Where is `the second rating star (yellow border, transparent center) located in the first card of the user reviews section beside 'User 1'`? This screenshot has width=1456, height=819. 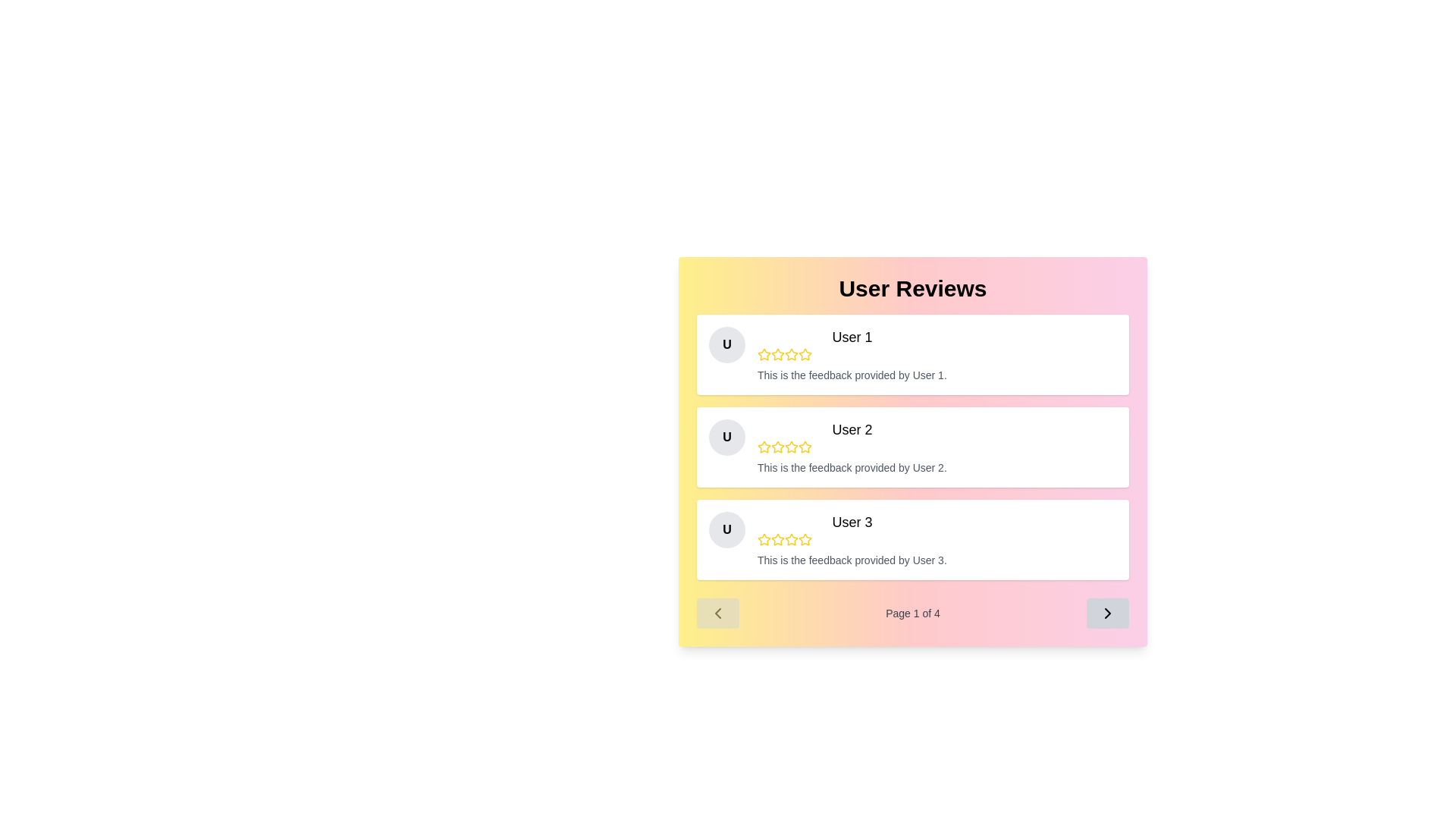
the second rating star (yellow border, transparent center) located in the first card of the user reviews section beside 'User 1' is located at coordinates (778, 354).